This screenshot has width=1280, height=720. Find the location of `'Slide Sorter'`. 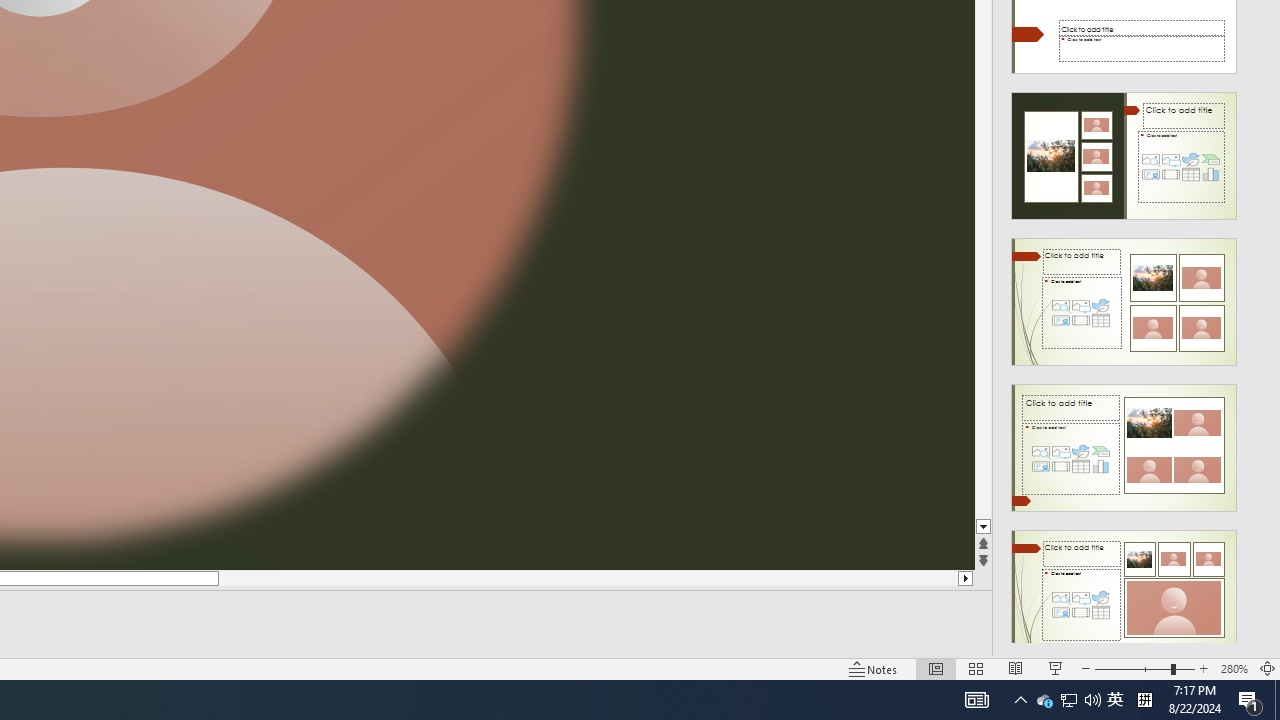

'Slide Sorter' is located at coordinates (976, 669).